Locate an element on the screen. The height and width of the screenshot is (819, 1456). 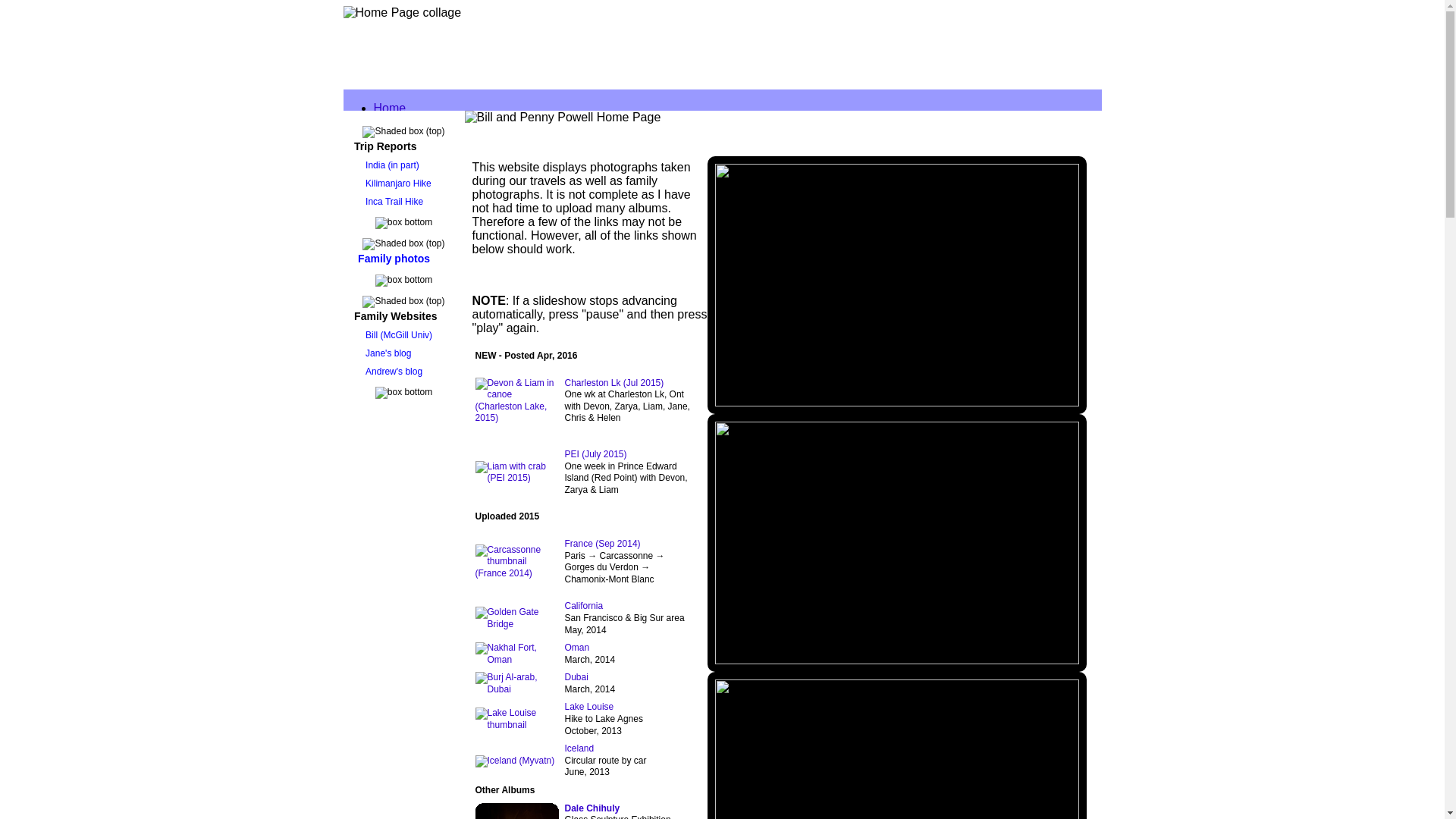
'Kilimanjaro' is located at coordinates (432, 202).